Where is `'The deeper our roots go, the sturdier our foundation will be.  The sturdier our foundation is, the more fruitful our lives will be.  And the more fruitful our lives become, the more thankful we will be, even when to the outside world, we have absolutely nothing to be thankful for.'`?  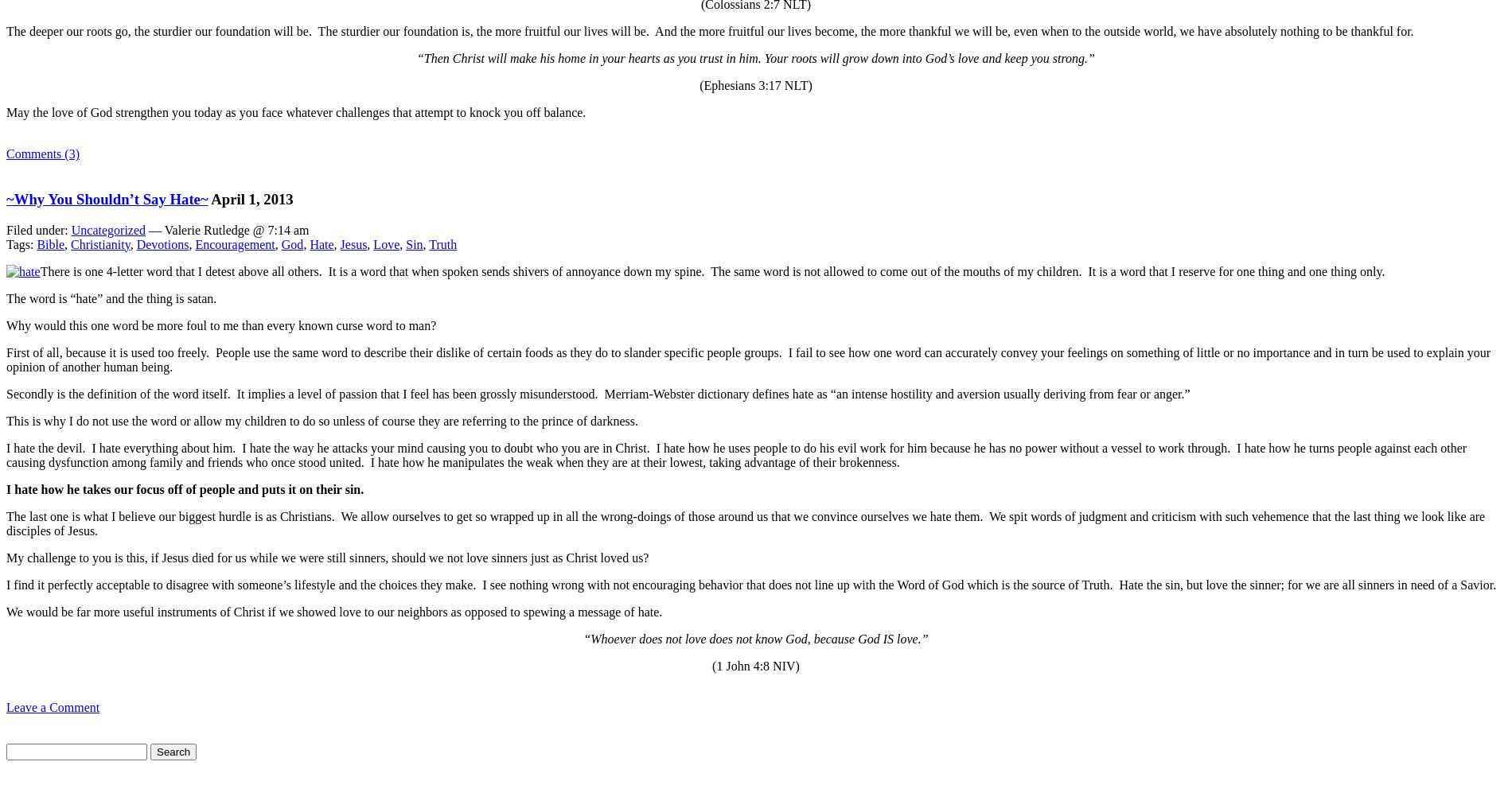 'The deeper our roots go, the sturdier our foundation will be.  The sturdier our foundation is, the more fruitful our lives will be.  And the more fruitful our lives become, the more thankful we will be, even when to the outside world, we have absolutely nothing to be thankful for.' is located at coordinates (6, 30).